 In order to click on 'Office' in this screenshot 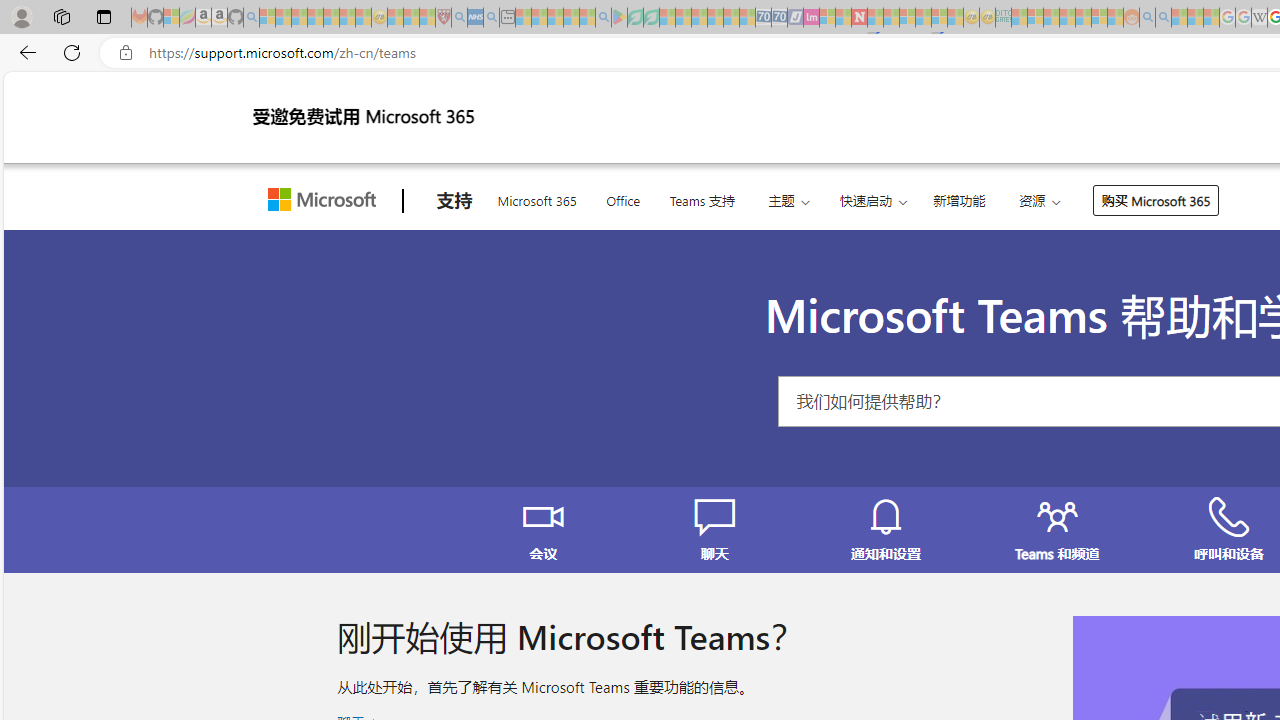, I will do `click(622, 198)`.